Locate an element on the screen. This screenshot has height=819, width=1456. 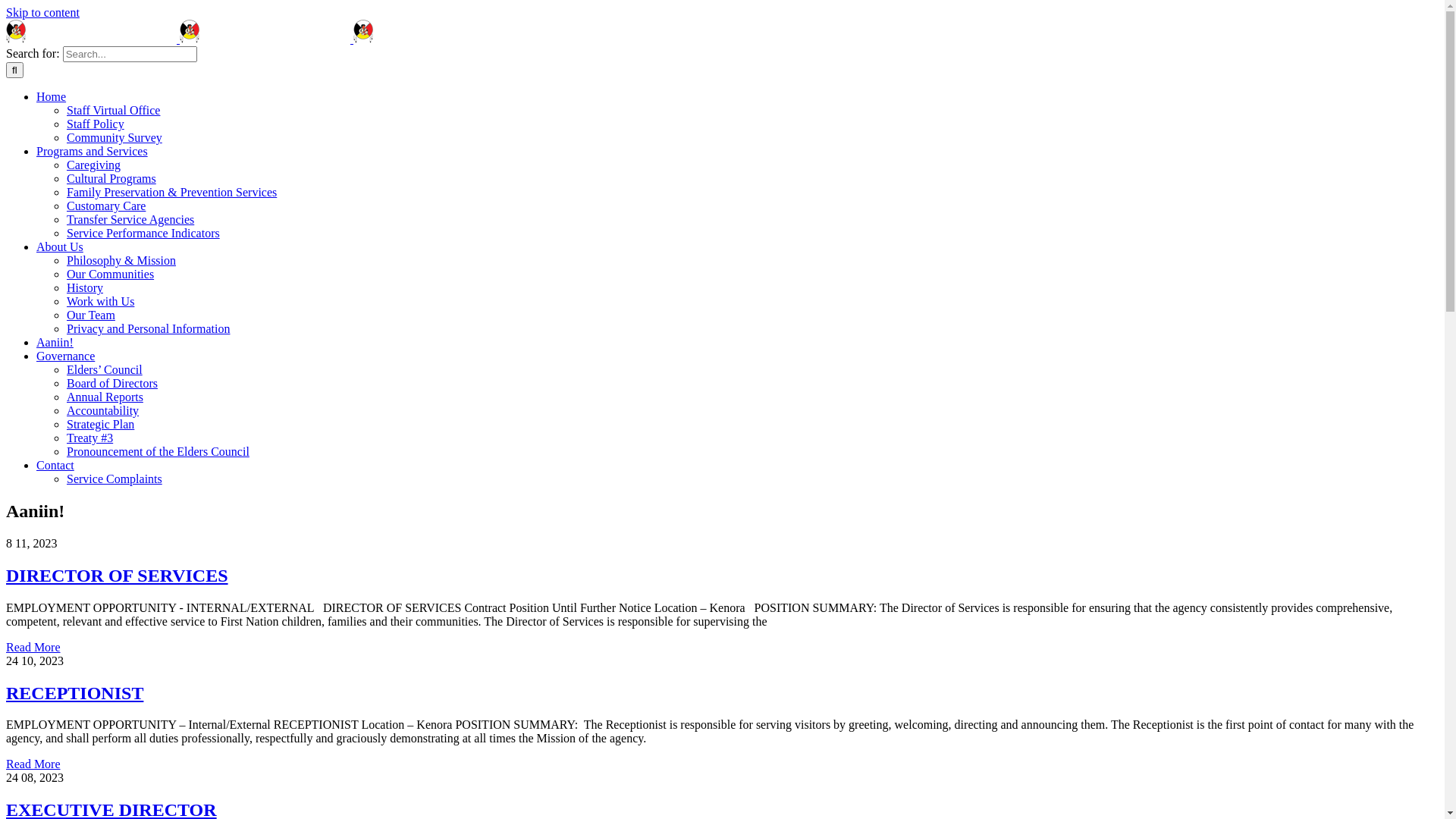
'Community Survey' is located at coordinates (113, 137).